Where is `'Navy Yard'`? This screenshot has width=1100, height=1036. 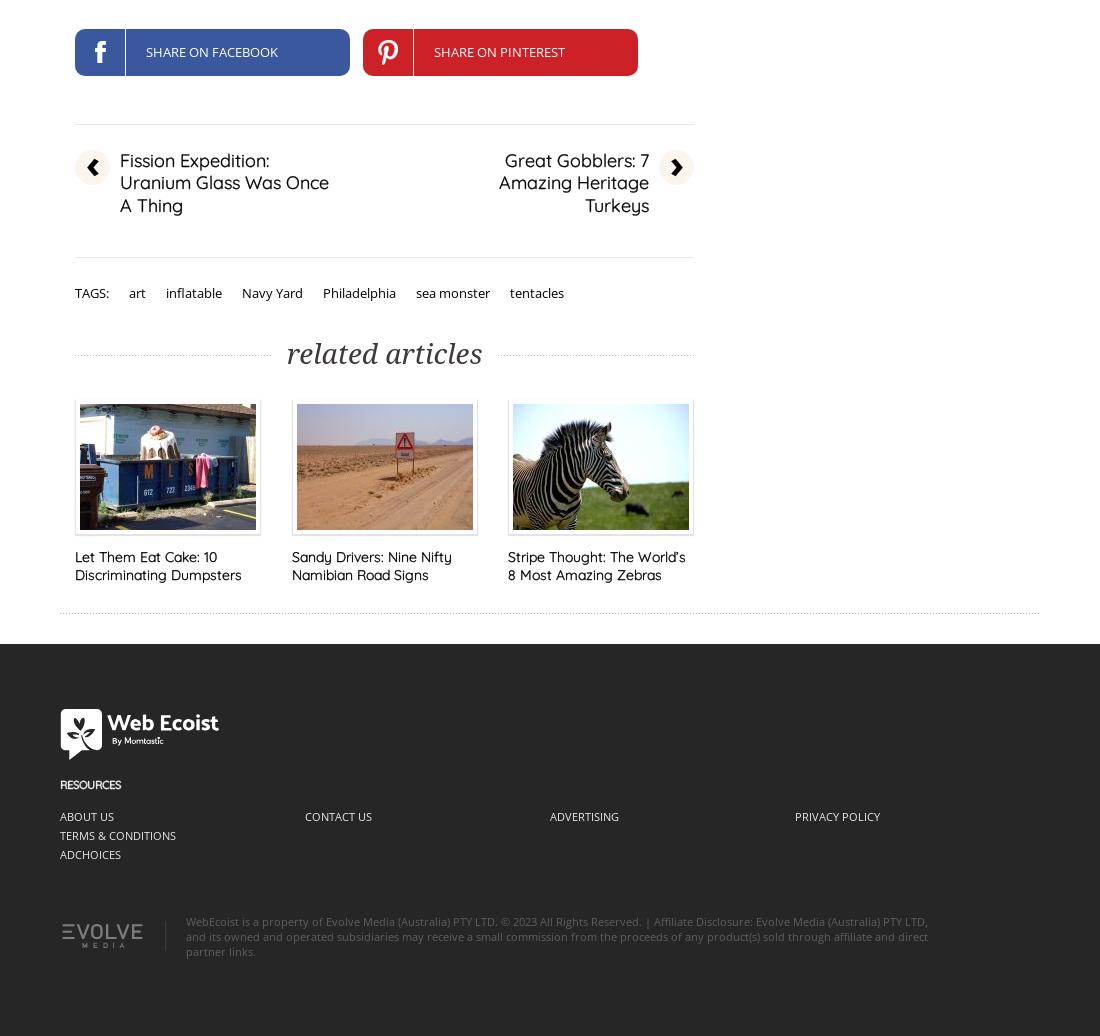
'Navy Yard' is located at coordinates (272, 292).